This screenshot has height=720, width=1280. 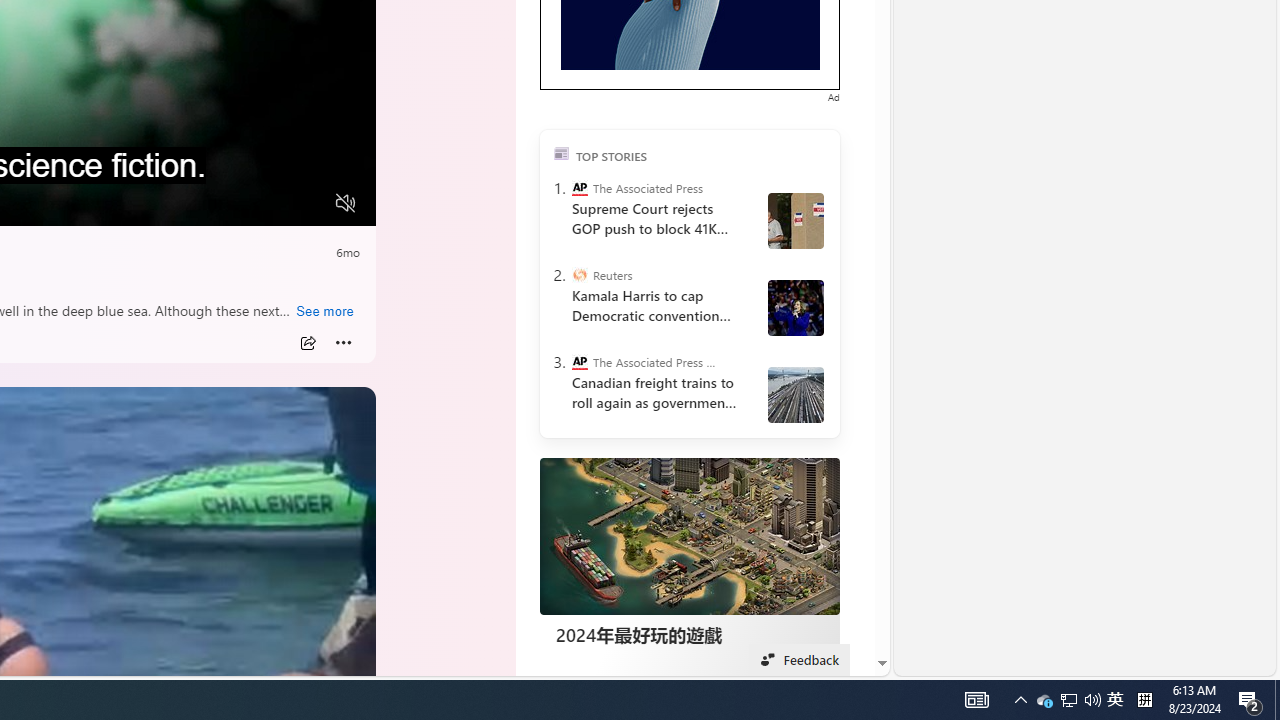 What do you see at coordinates (795, 395) in the screenshot?
I see `' Canada Railroads Unions'` at bounding box center [795, 395].